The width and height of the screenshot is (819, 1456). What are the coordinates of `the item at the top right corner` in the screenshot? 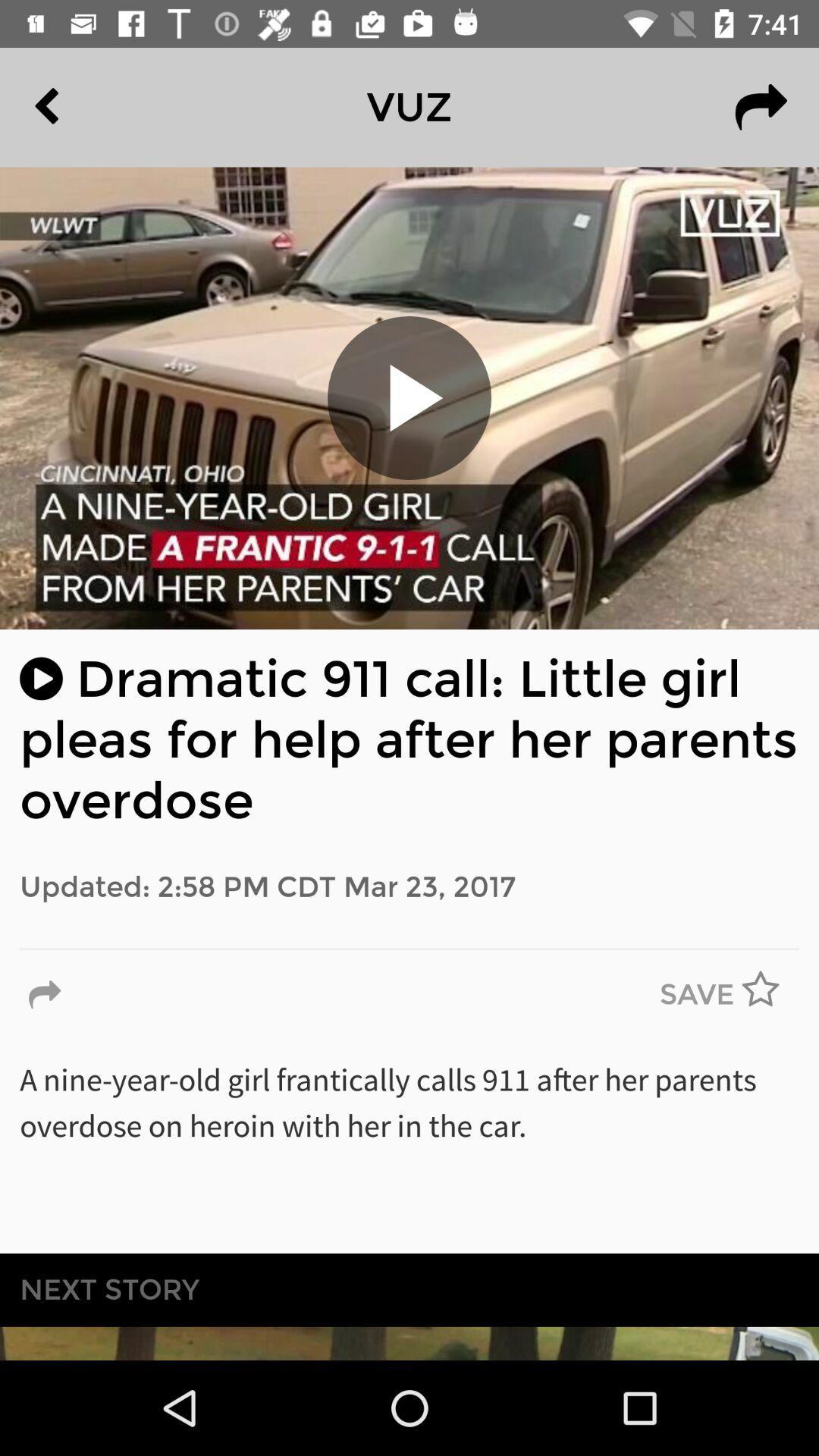 It's located at (761, 106).